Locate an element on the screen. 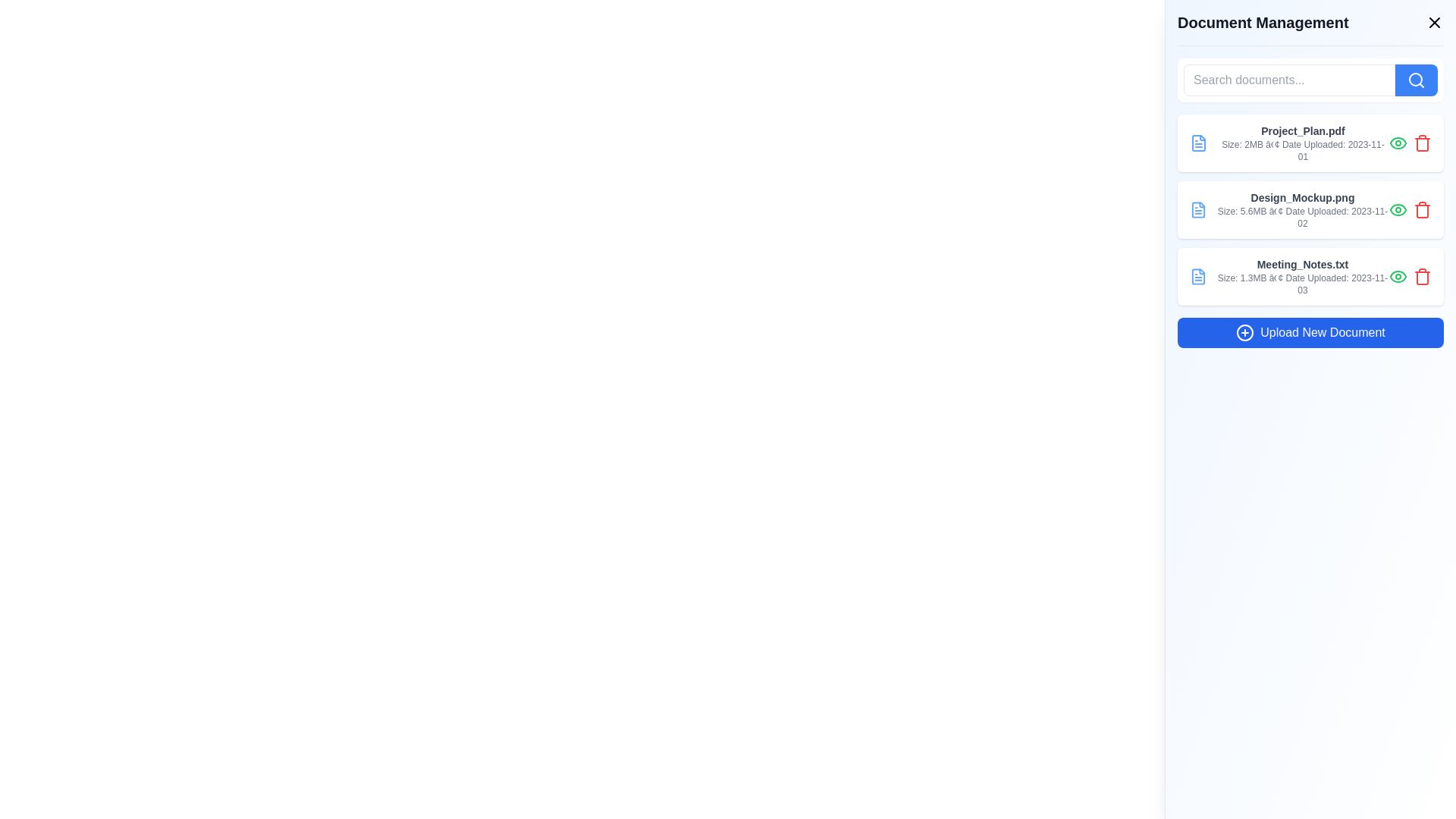  the circular icon with a plus symbol inside the 'Upload New Document' button, which indicates an add or new action is located at coordinates (1245, 332).